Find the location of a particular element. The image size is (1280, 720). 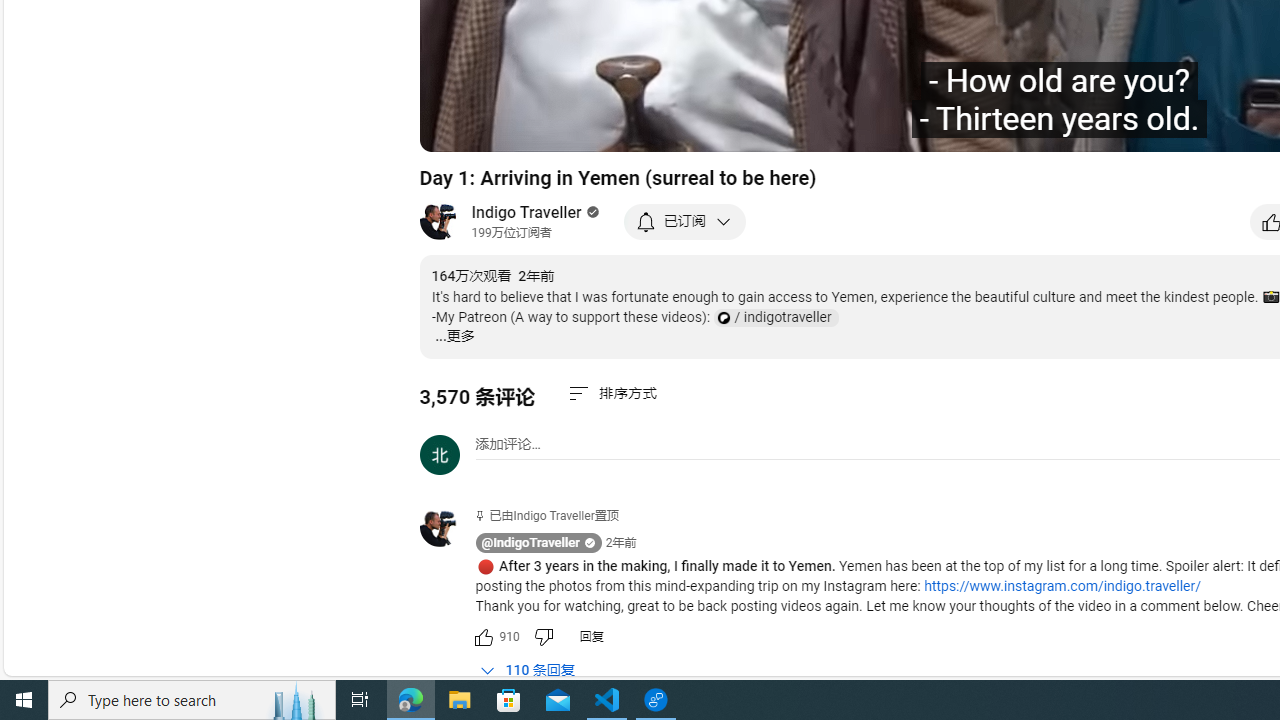

'@IndigoTraveller' is located at coordinates (530, 543).